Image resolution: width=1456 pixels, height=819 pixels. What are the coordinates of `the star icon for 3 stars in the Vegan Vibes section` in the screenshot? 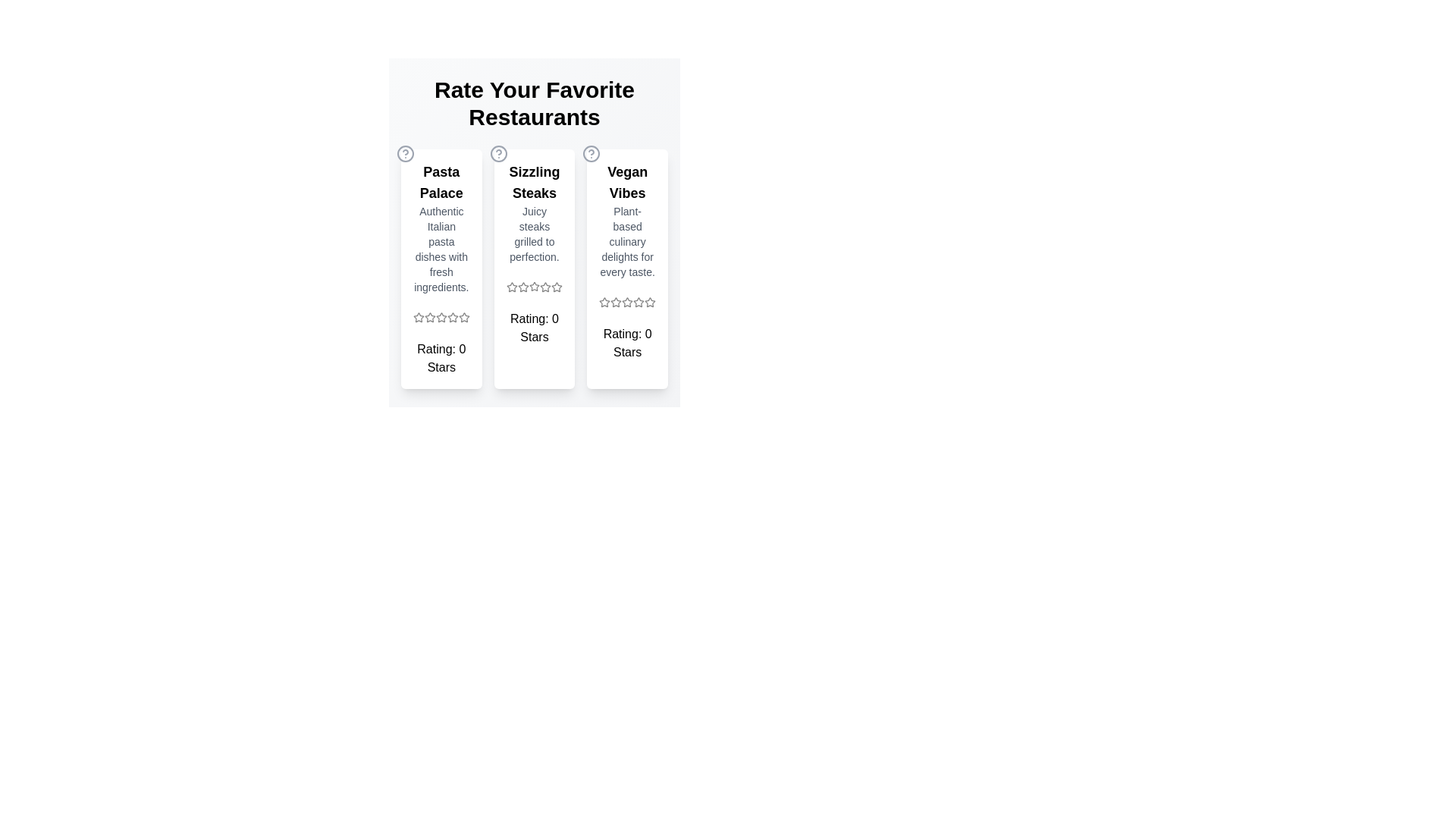 It's located at (628, 302).